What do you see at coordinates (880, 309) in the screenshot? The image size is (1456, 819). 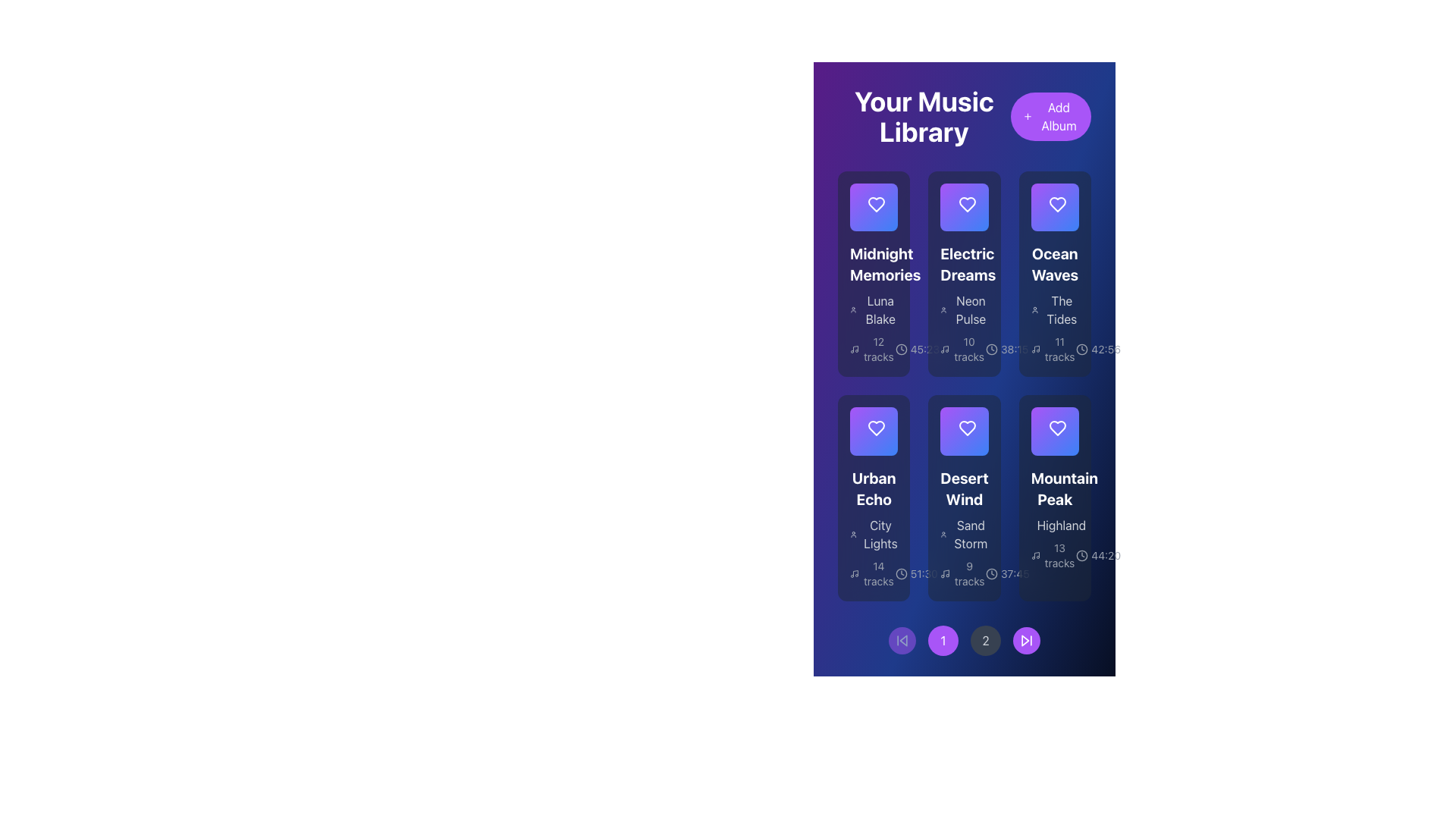 I see `the text label element displaying 'Luna Blake', which is located at the bottom-left area of the 'Midnight Memories' card, below the card's title and to the left of the album metadata` at bounding box center [880, 309].